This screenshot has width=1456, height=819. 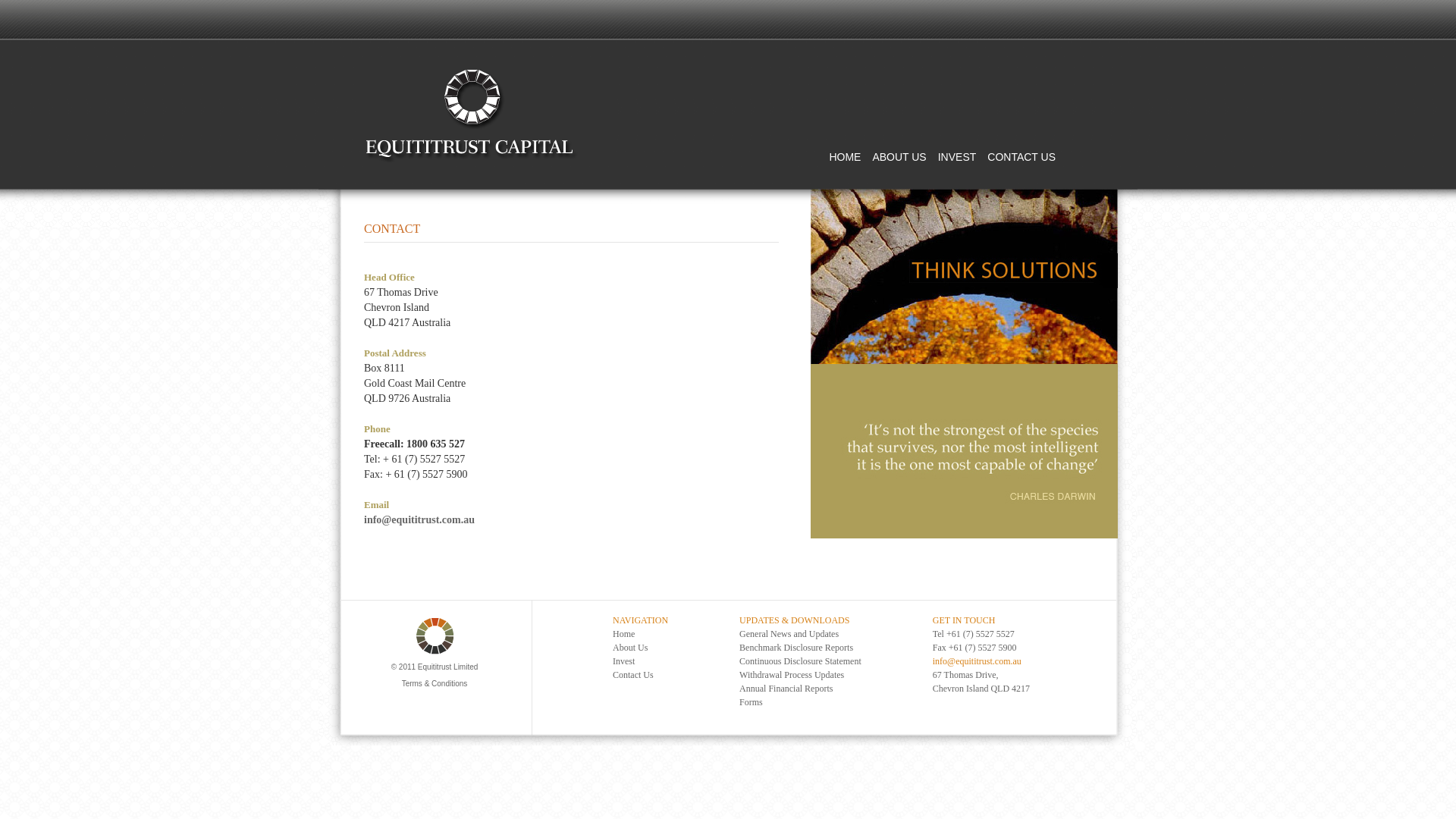 I want to click on 'Home', so click(x=623, y=634).